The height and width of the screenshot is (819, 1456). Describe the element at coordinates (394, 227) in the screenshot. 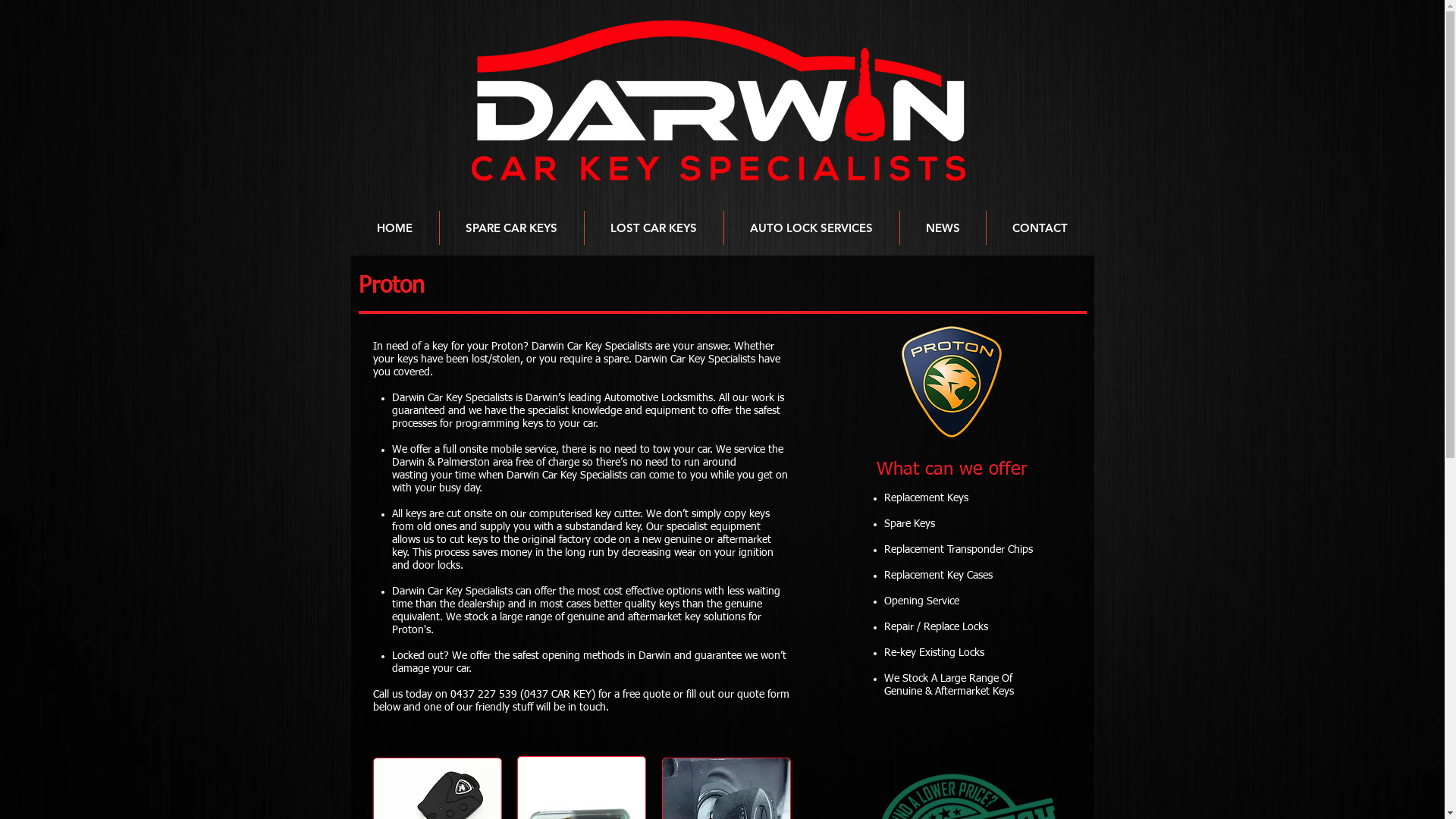

I see `'HOME'` at that location.